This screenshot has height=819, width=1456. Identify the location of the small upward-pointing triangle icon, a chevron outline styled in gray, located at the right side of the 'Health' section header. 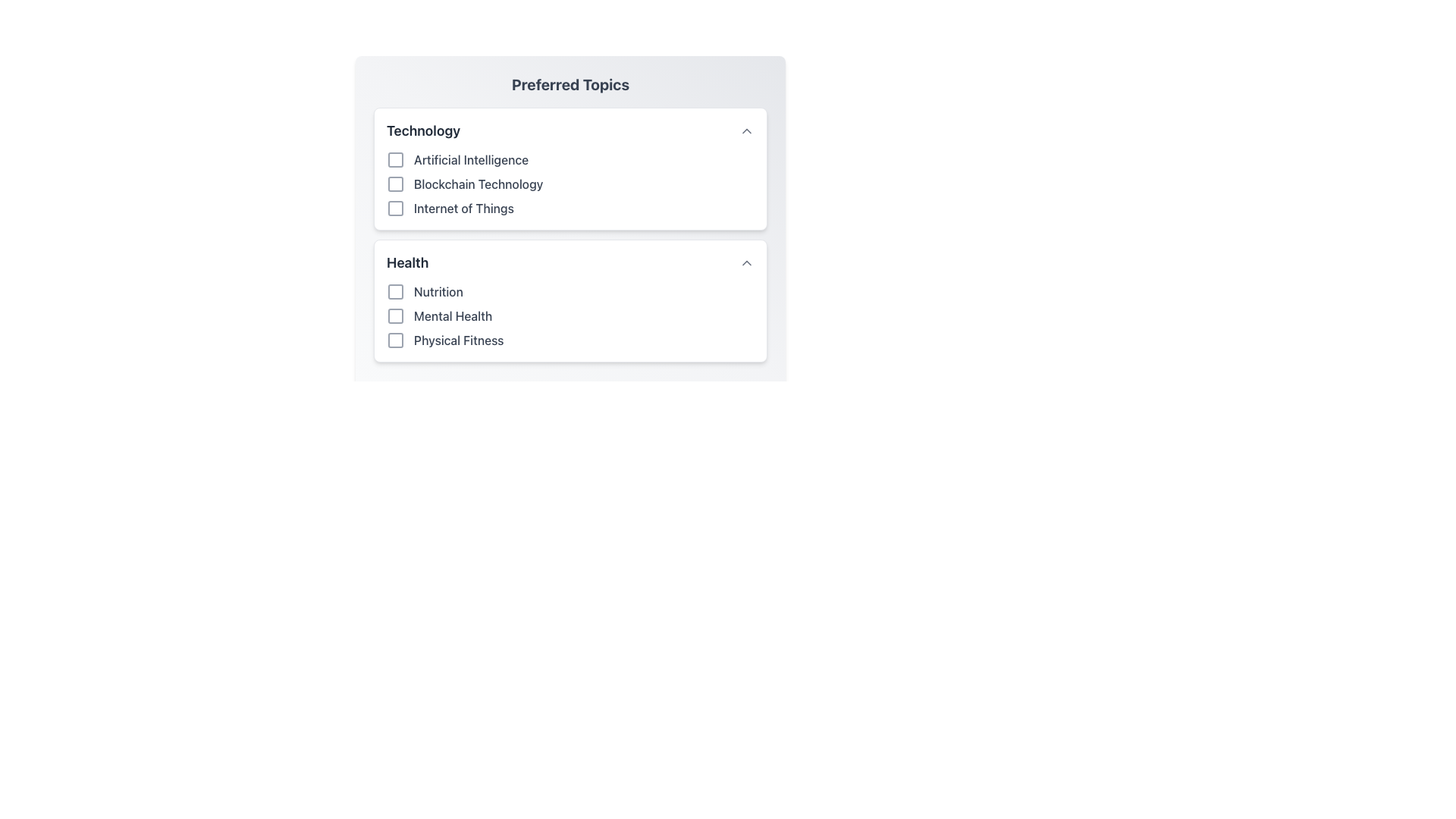
(746, 262).